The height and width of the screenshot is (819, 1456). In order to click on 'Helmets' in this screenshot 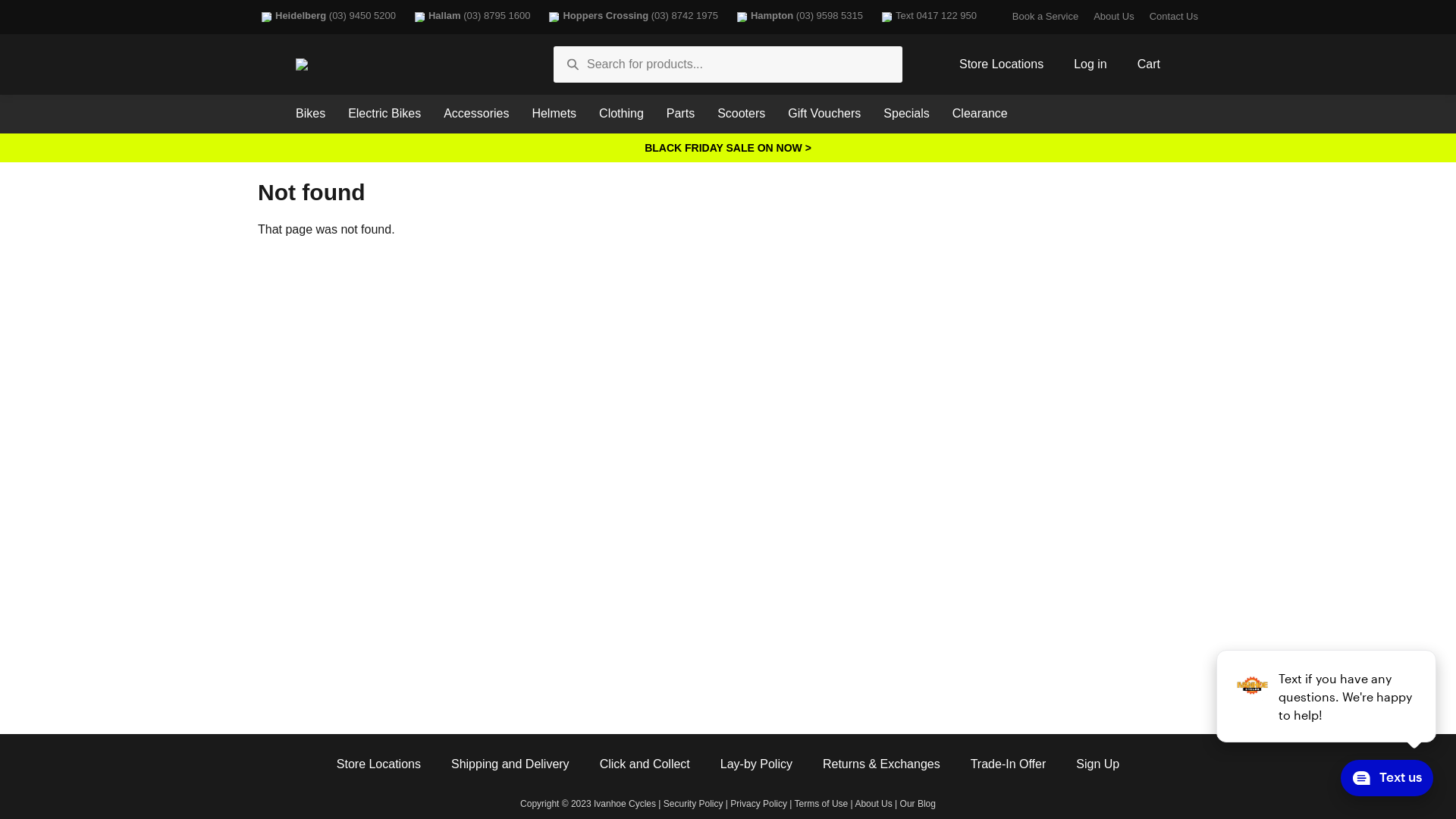, I will do `click(553, 113)`.